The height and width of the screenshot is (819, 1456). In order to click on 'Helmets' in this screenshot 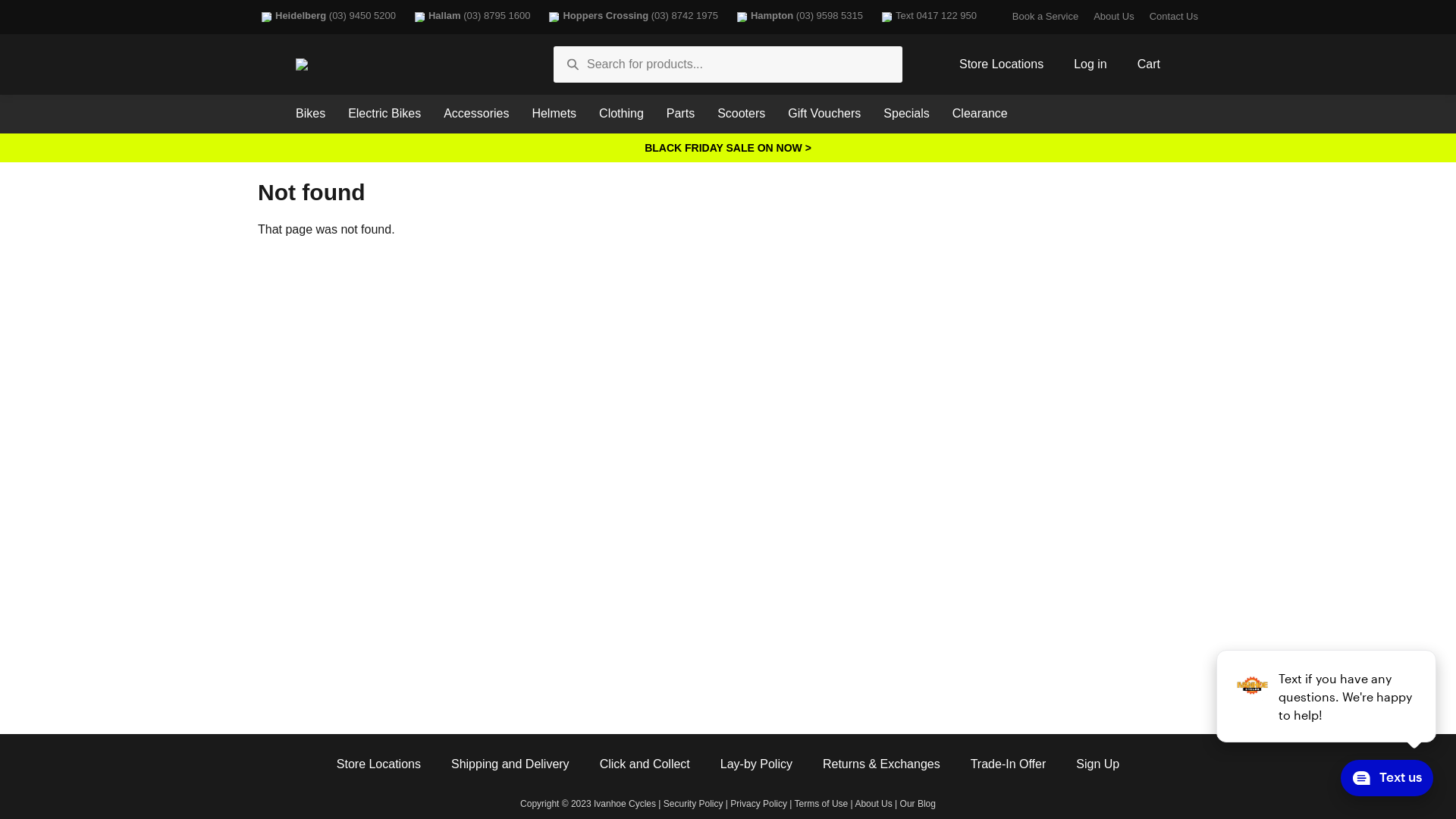, I will do `click(553, 113)`.